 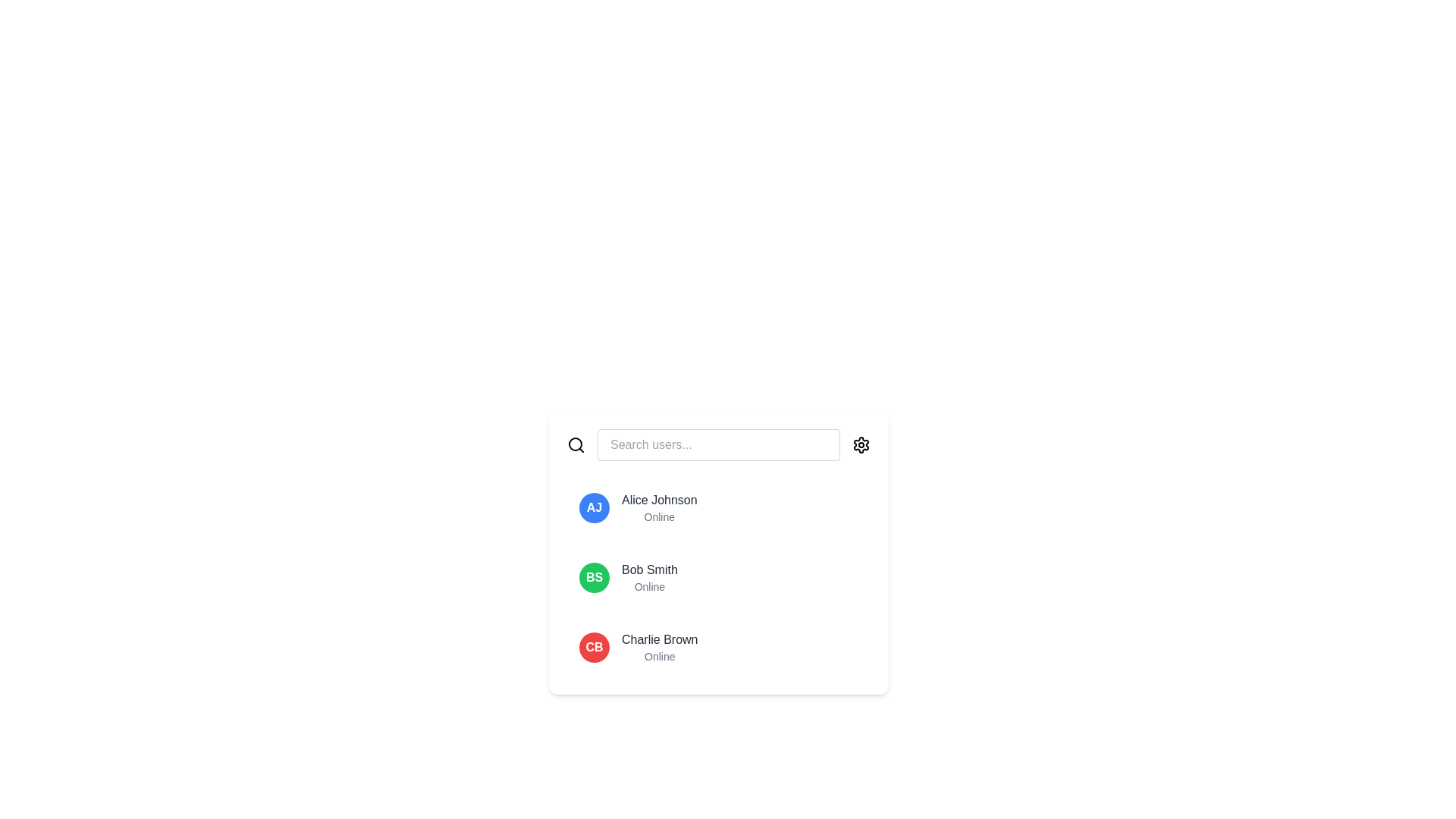 What do you see at coordinates (659, 508) in the screenshot?
I see `the text display showing 'Alice Johnson' and status 'Online' in the user list, which accompanies the circular blue icon labeled 'AJ'` at bounding box center [659, 508].